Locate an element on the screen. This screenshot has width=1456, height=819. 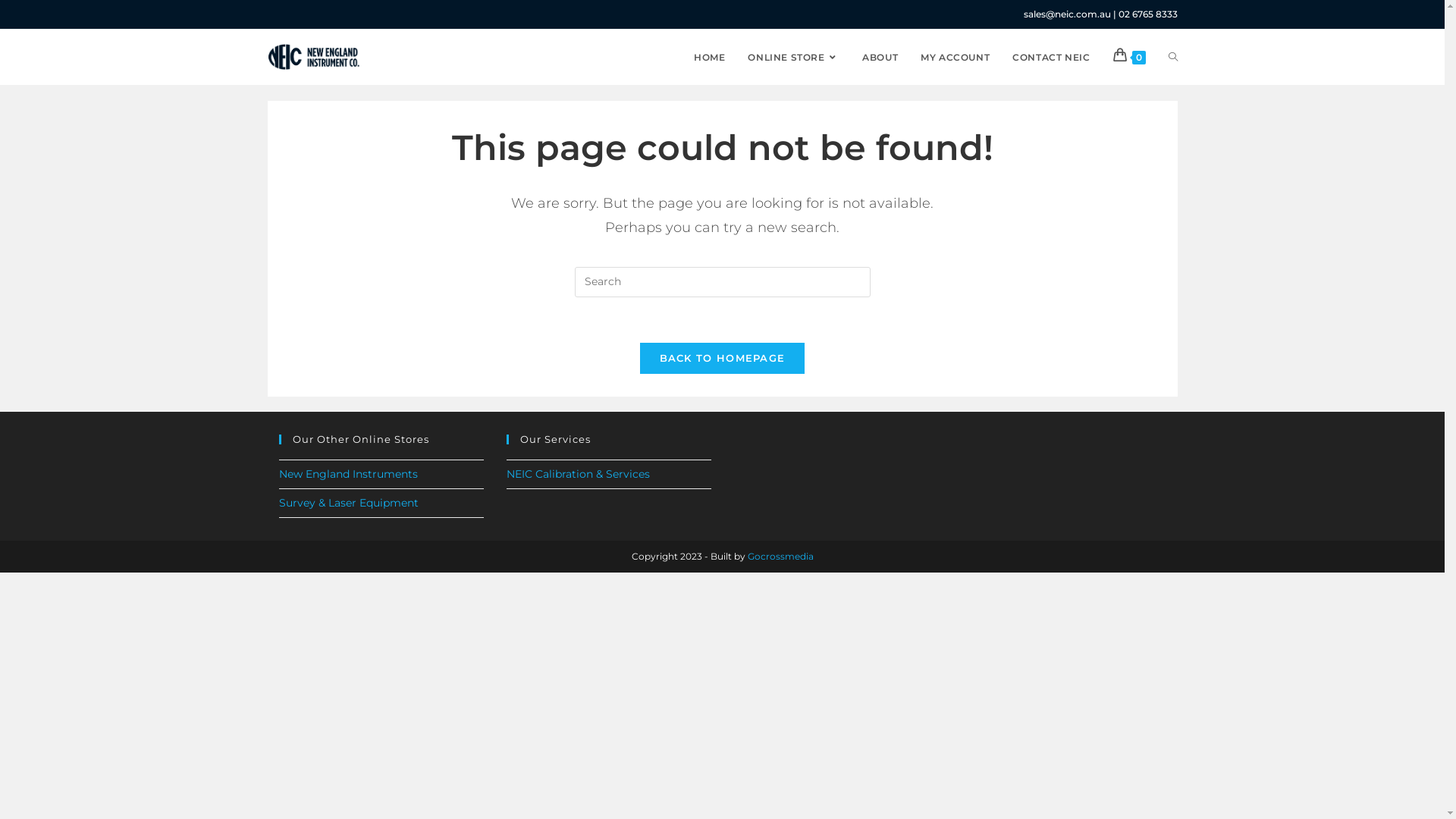
'TOGGLE WEBSITE SEARCH' is located at coordinates (1172, 56).